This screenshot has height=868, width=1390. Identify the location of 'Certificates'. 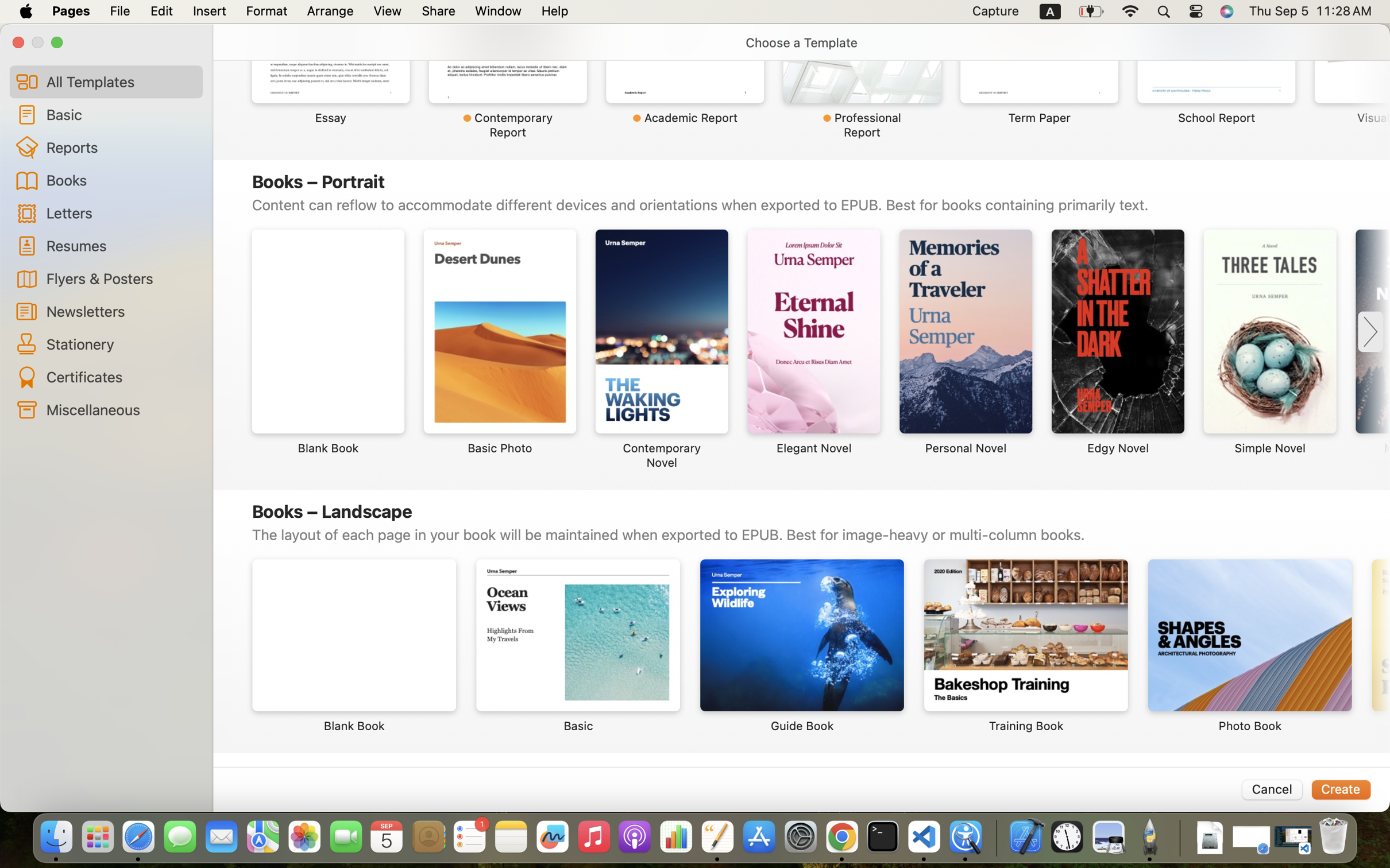
(119, 377).